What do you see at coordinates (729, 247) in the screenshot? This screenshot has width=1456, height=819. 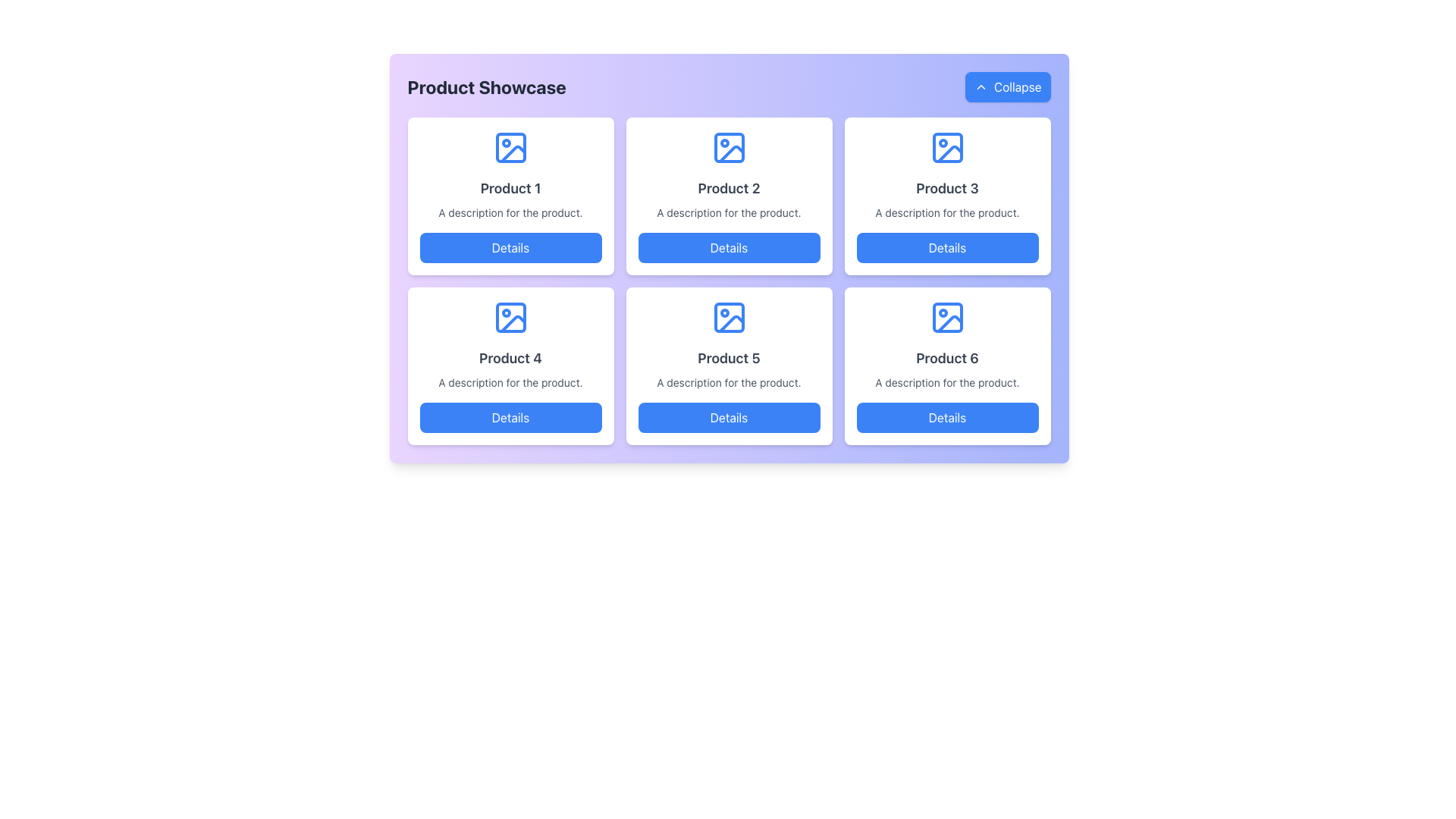 I see `the 'Details' button, which has a white text label on a blue background, to fetch more information about the product` at bounding box center [729, 247].